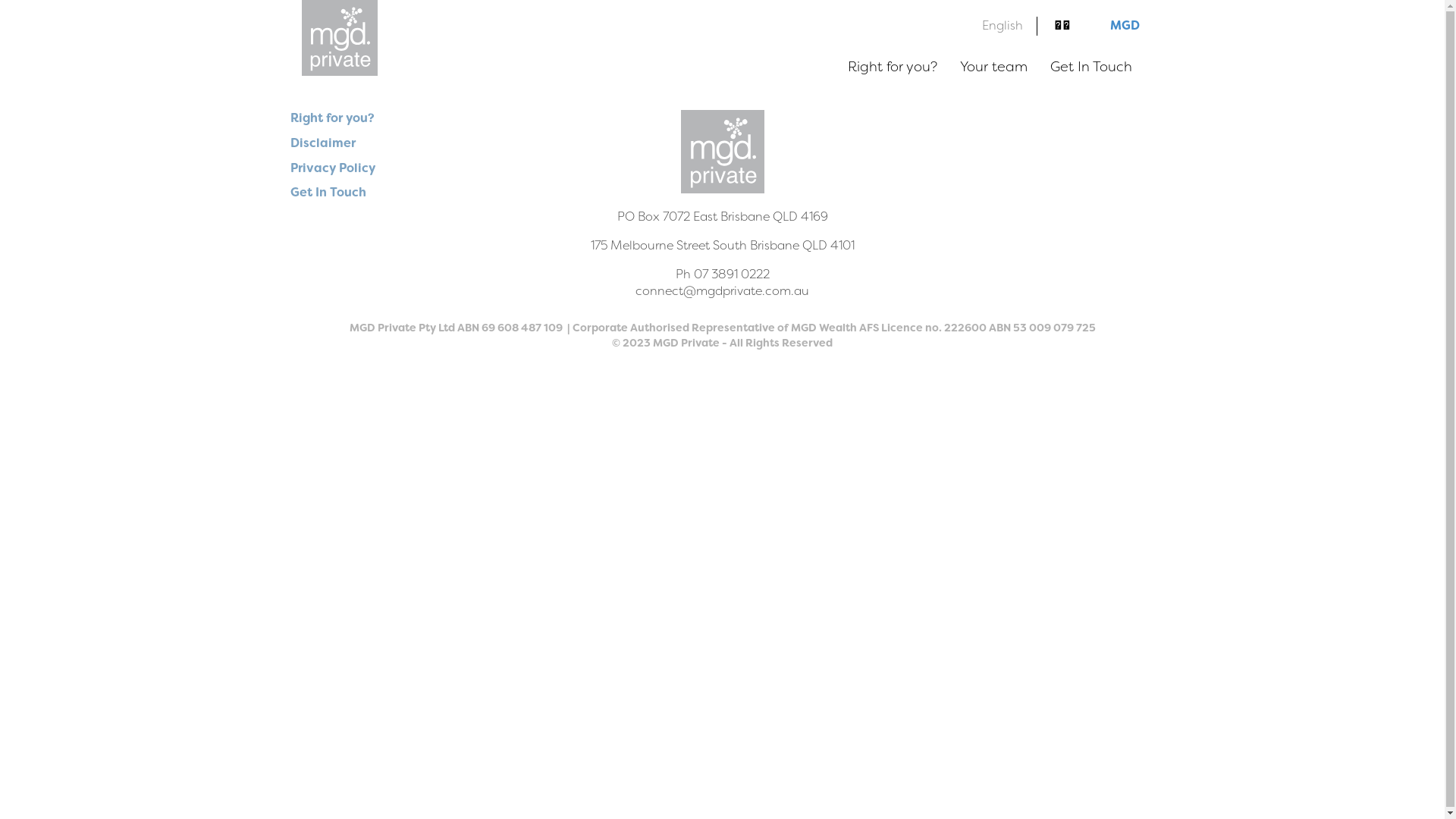 Image resolution: width=1456 pixels, height=819 pixels. Describe the element at coordinates (731, 274) in the screenshot. I see `'07 3891 0222'` at that location.